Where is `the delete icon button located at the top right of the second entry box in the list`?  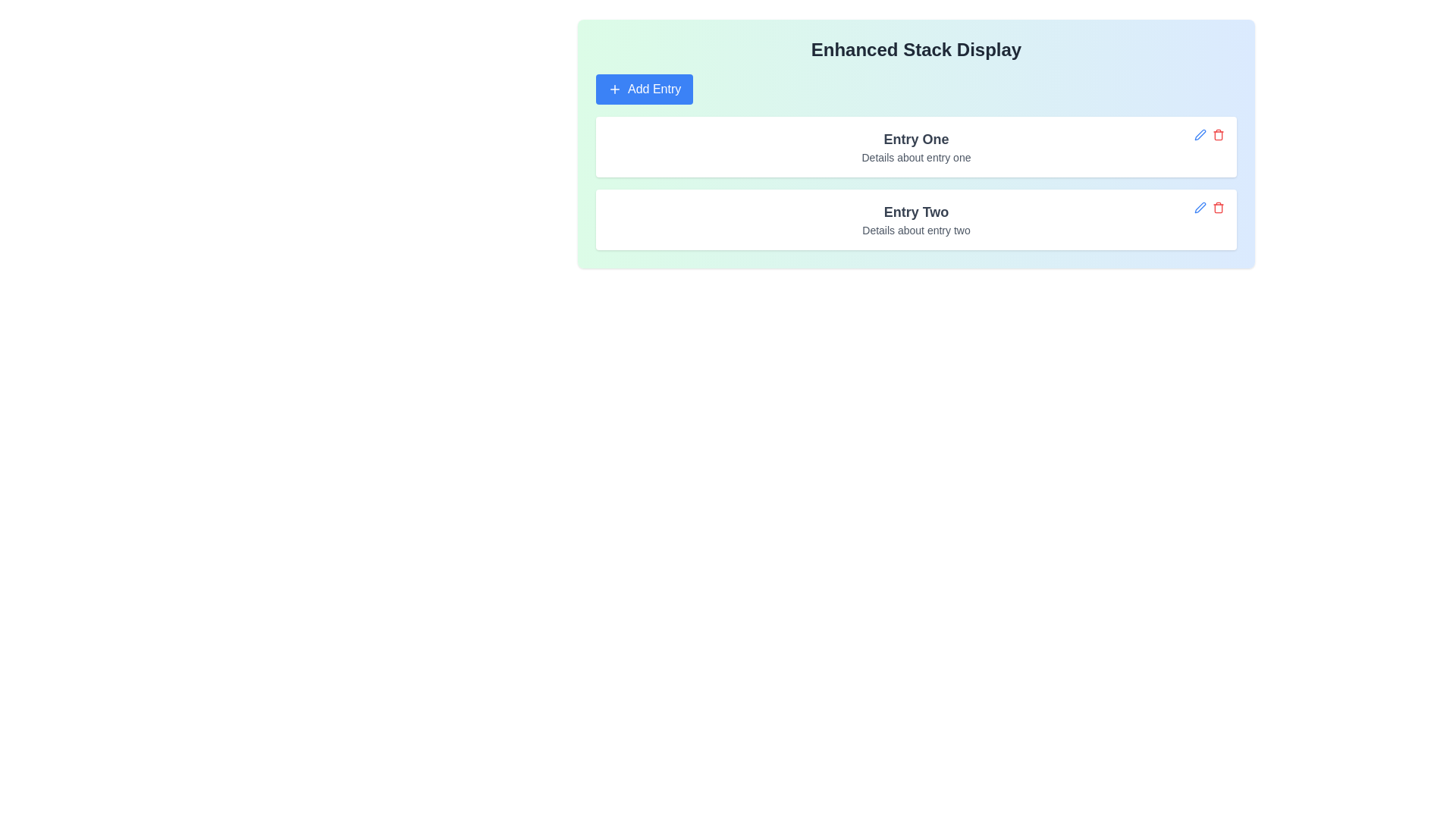
the delete icon button located at the top right of the second entry box in the list is located at coordinates (1219, 207).